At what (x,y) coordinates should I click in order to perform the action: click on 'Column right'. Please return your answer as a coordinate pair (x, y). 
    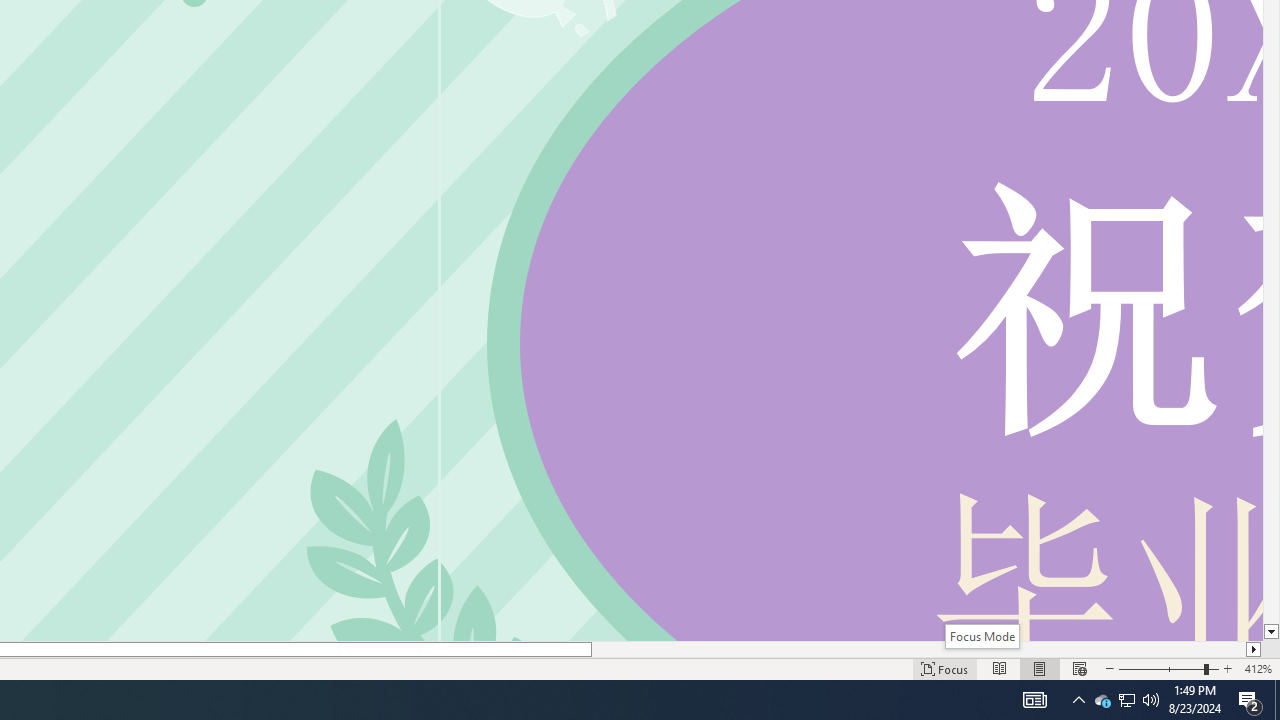
    Looking at the image, I should click on (1253, 649).